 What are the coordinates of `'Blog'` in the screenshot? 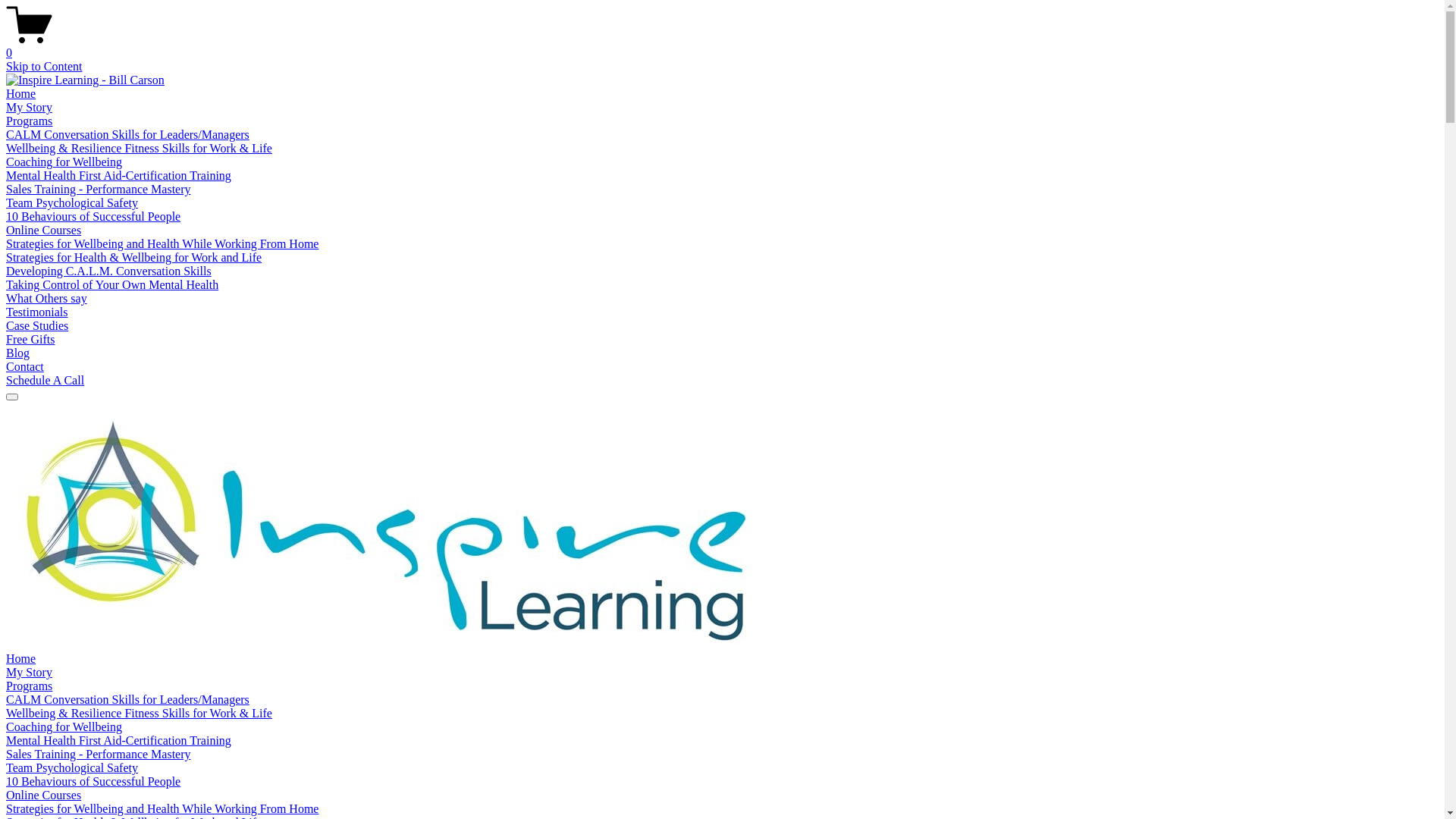 It's located at (17, 353).